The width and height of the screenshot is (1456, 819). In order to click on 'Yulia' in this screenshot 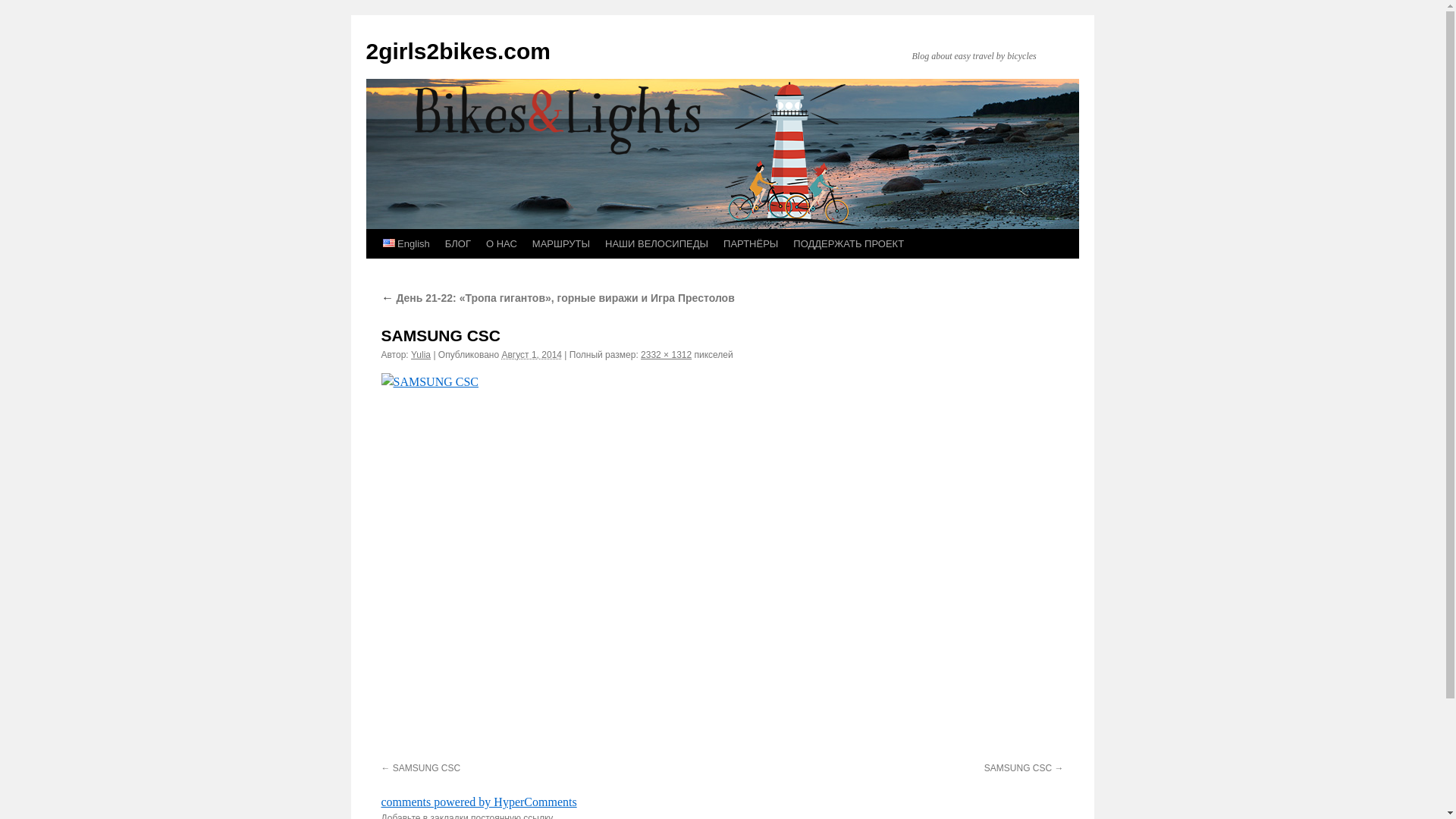, I will do `click(421, 354)`.